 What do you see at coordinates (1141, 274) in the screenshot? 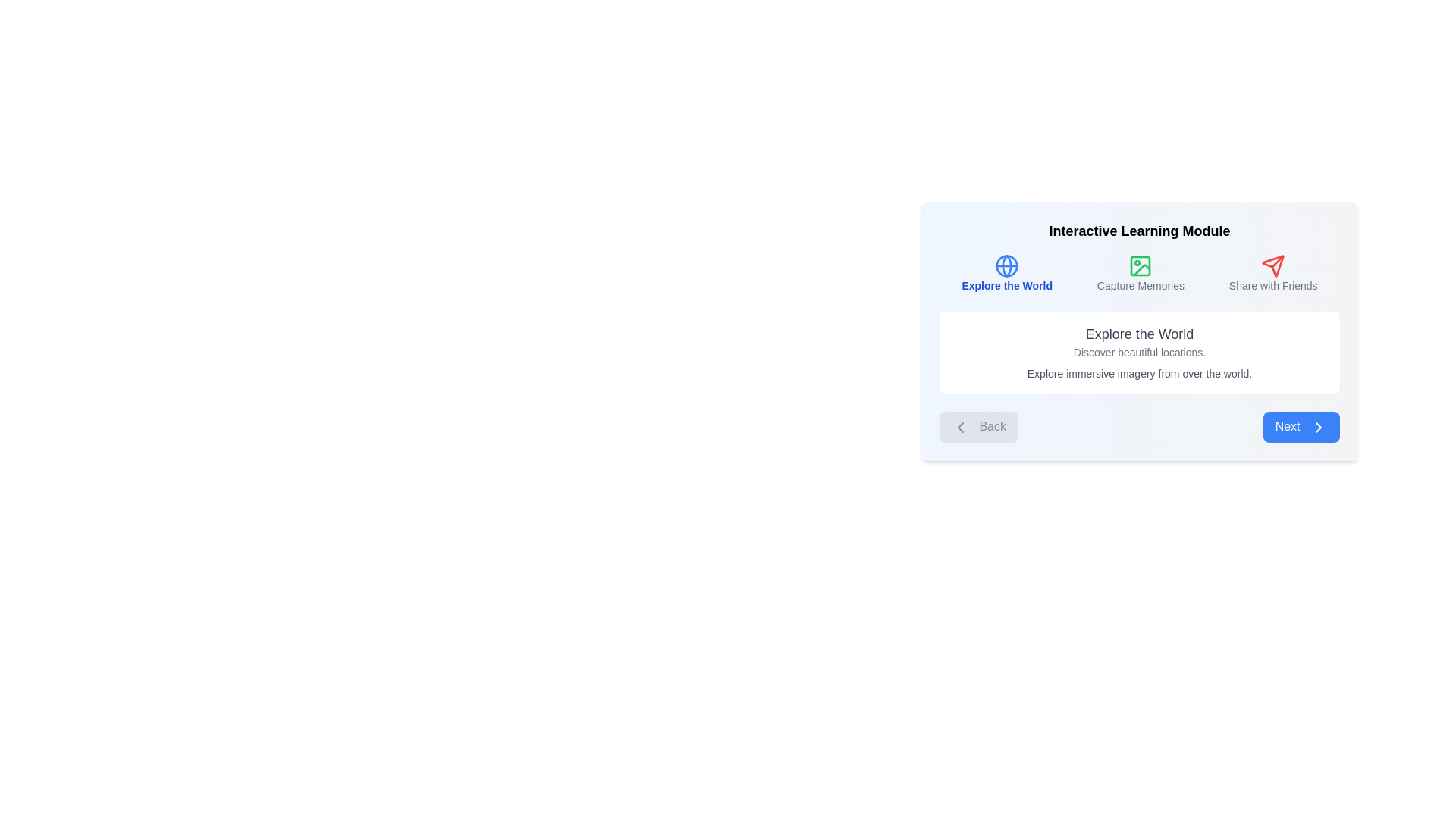
I see `the 'Capture Memories' button, which features a photo icon with green outlines and is positioned centrally among three options in the interface` at bounding box center [1141, 274].